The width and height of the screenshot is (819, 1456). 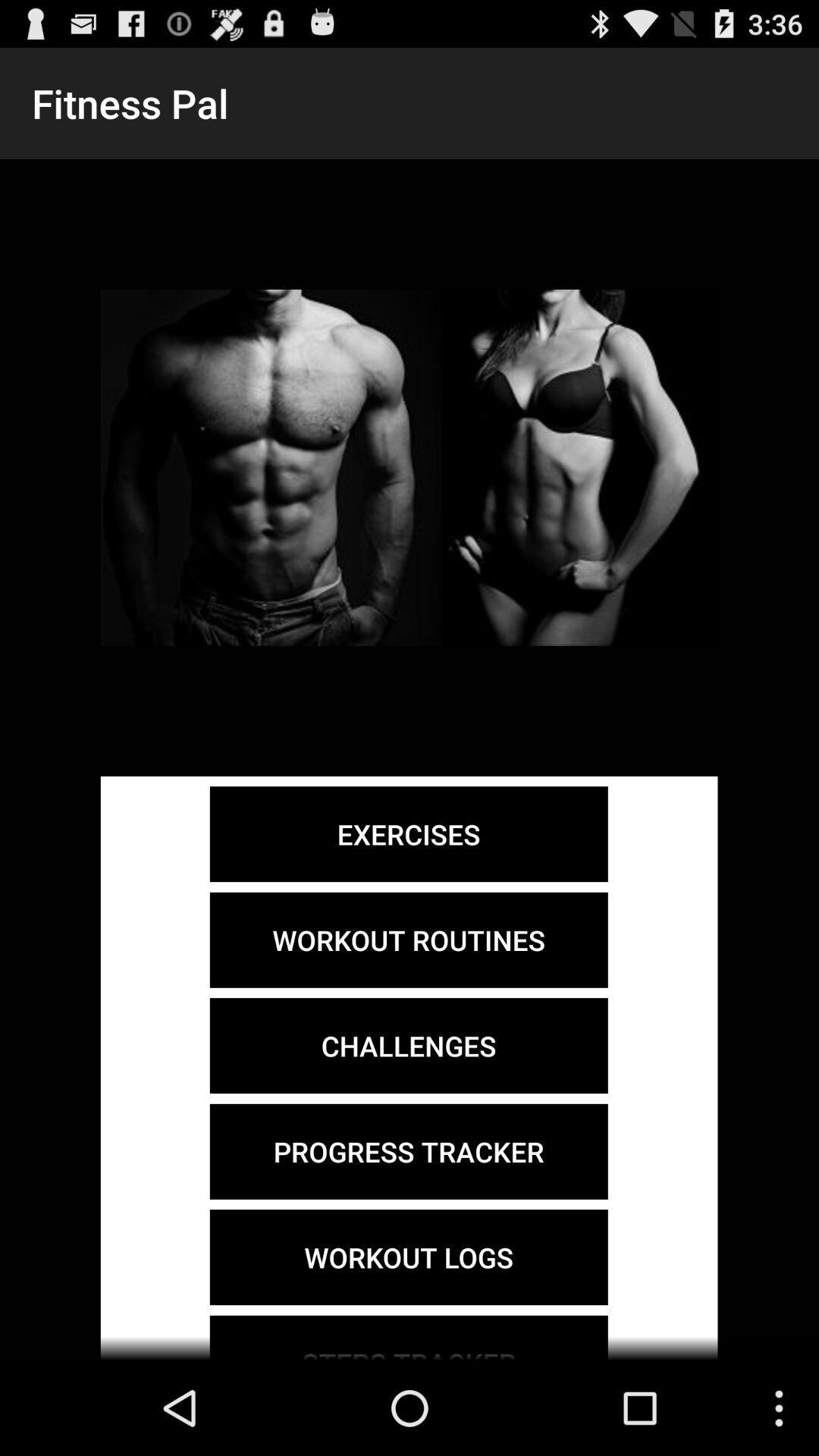 What do you see at coordinates (408, 1151) in the screenshot?
I see `the icon below challenges` at bounding box center [408, 1151].